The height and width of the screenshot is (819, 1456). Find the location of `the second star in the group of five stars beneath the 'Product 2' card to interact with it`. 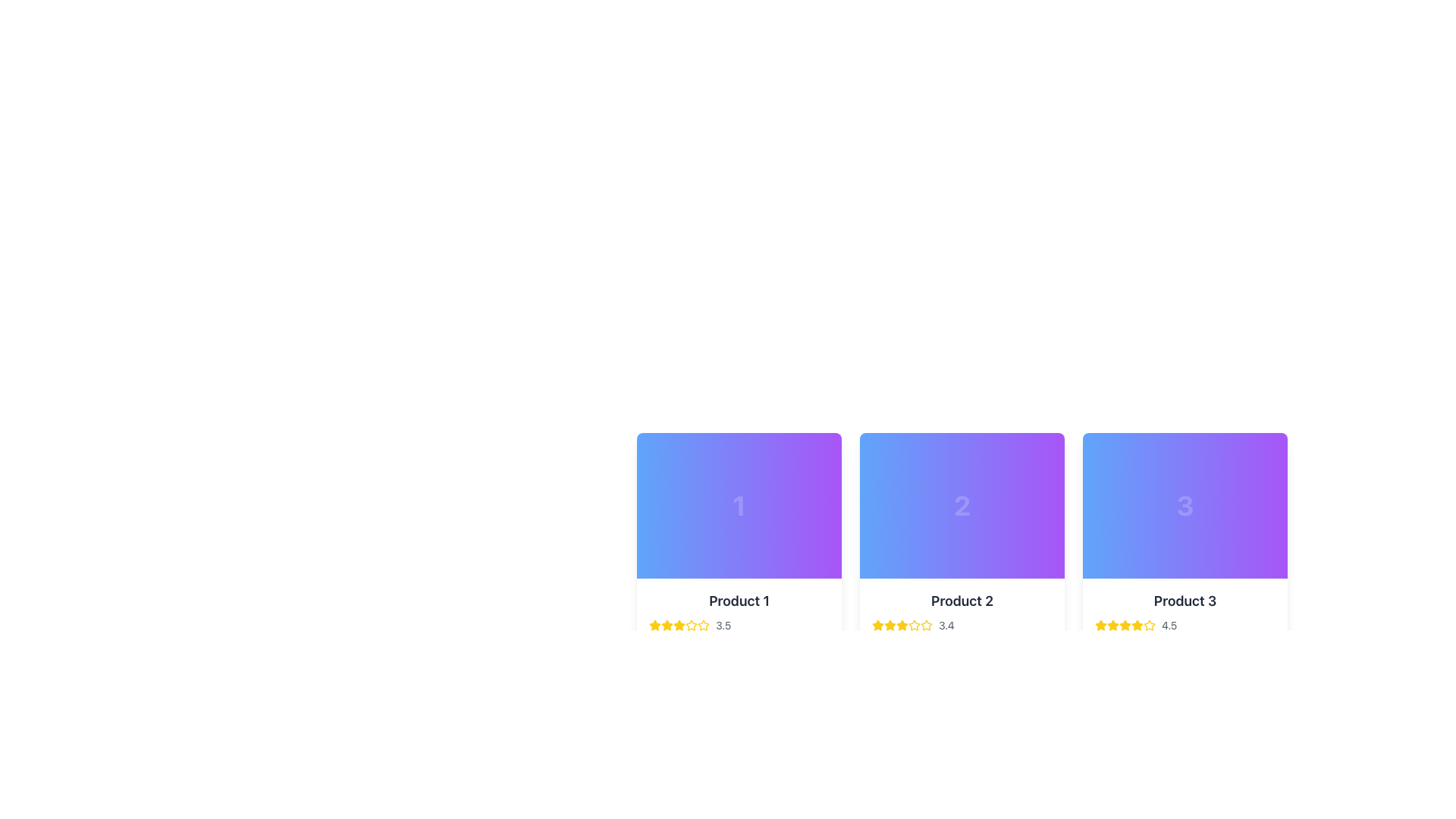

the second star in the group of five stars beneath the 'Product 2' card to interact with it is located at coordinates (890, 626).